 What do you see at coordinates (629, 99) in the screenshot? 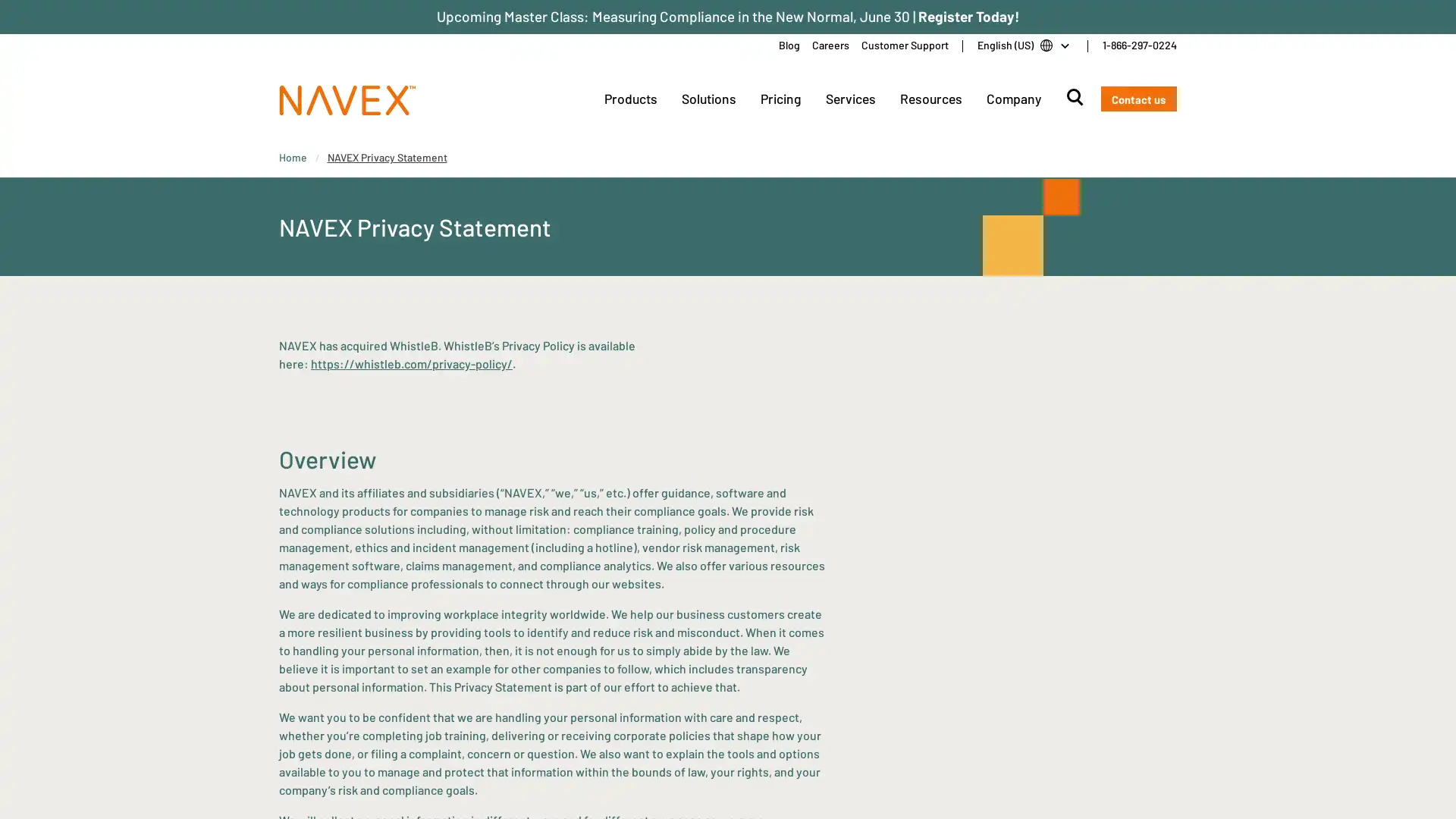
I see `Products` at bounding box center [629, 99].